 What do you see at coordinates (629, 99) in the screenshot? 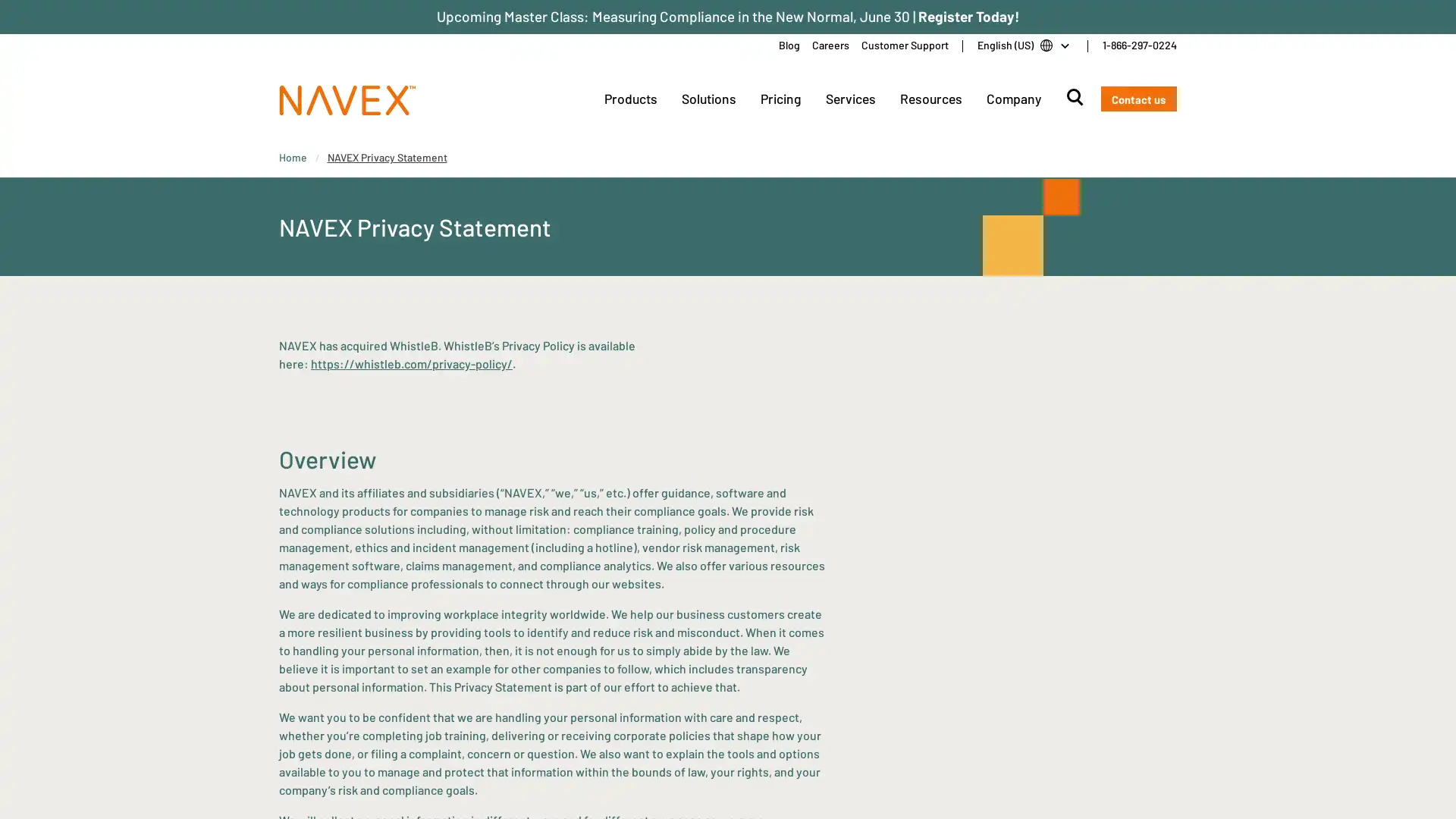
I see `Products` at bounding box center [629, 99].